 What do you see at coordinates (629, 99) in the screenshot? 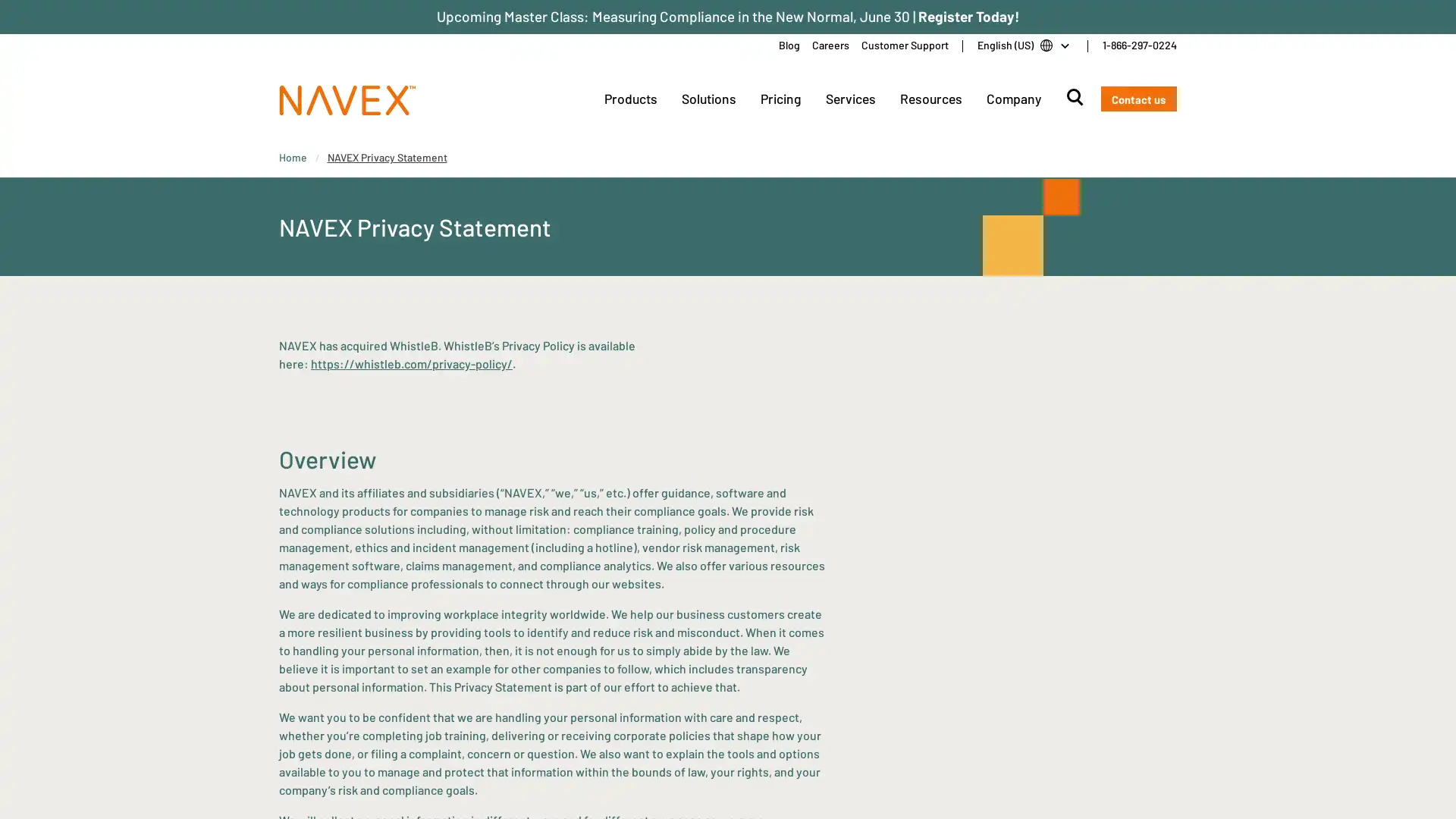
I see `Products` at bounding box center [629, 99].